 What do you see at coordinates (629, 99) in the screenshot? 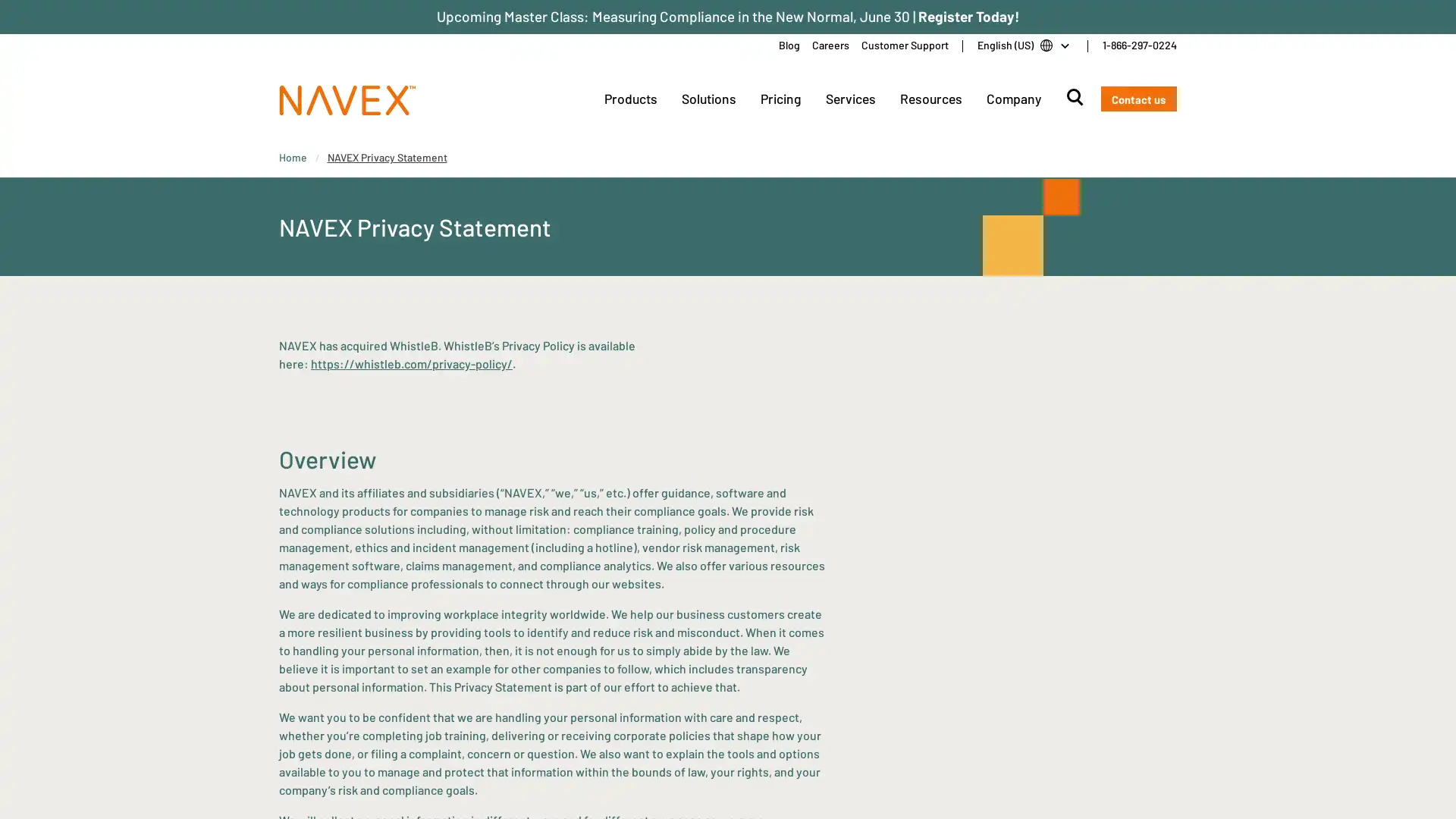
I see `Products` at bounding box center [629, 99].